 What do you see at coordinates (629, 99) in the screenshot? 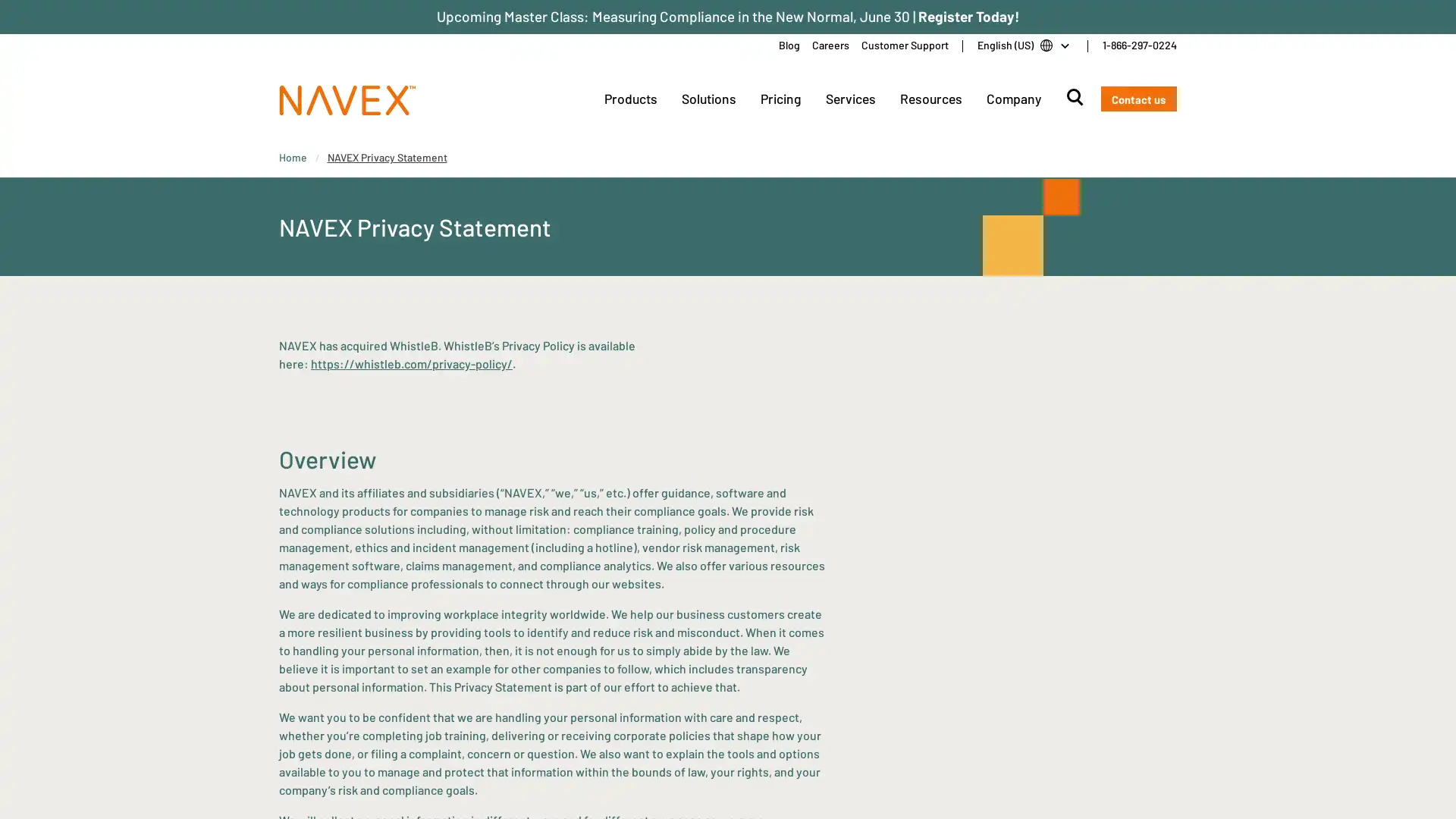
I see `Products` at bounding box center [629, 99].